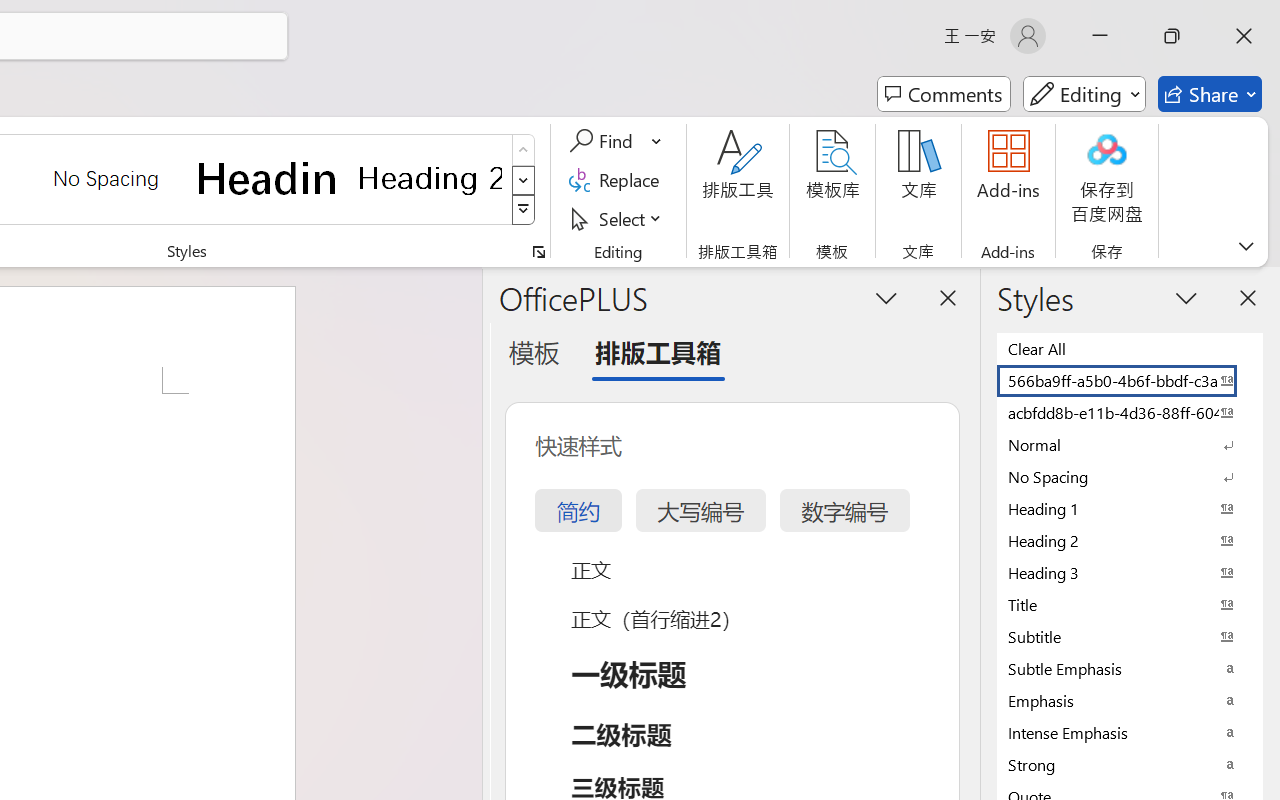  Describe the element at coordinates (943, 94) in the screenshot. I see `'Comments'` at that location.